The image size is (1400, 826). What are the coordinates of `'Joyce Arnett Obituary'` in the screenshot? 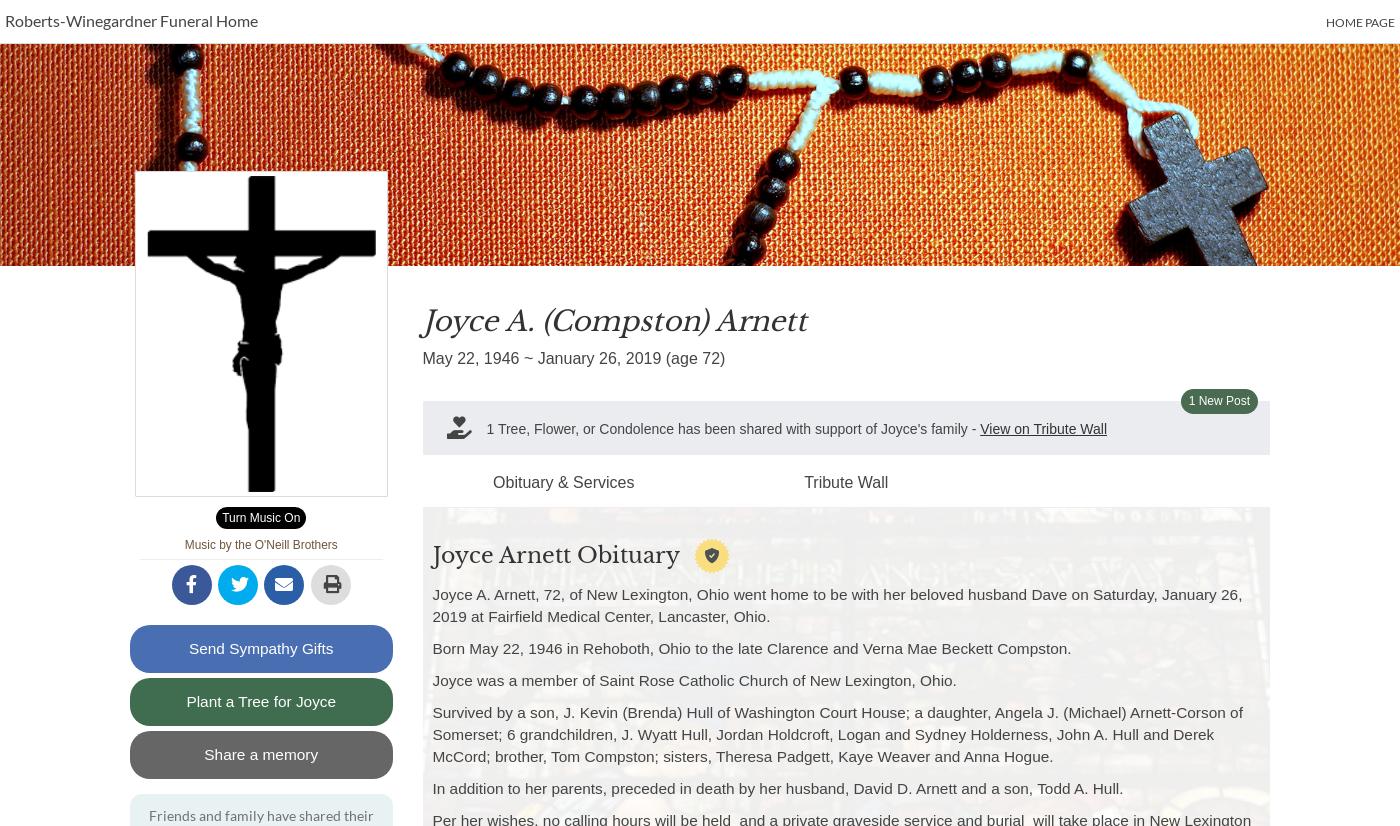 It's located at (555, 554).